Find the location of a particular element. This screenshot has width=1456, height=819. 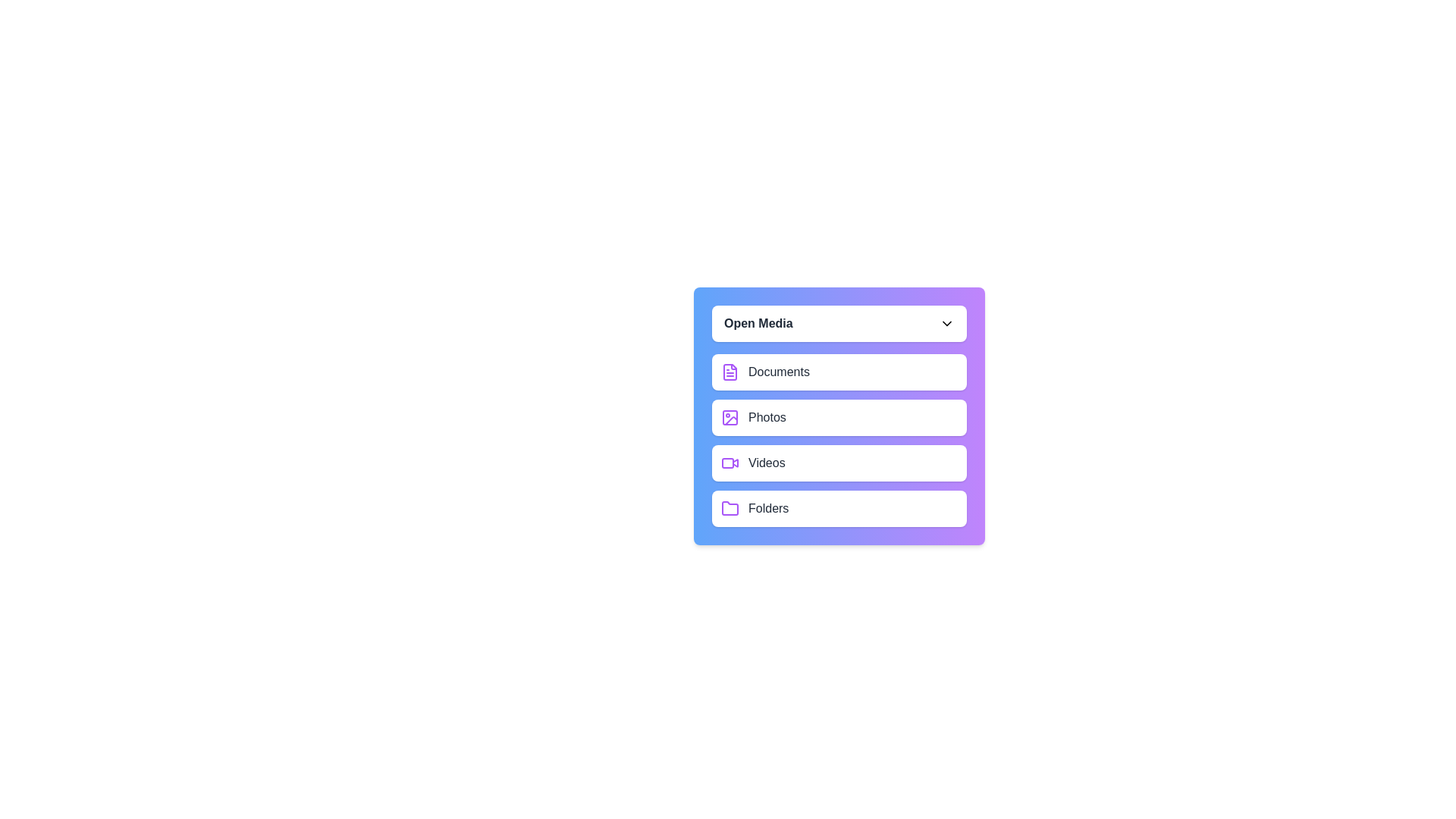

the labeled text within the button-like interface component located in the fourth row of a list layout inside a card, positioned to the right of the purple folder icon and below the 'Videos' row is located at coordinates (768, 509).